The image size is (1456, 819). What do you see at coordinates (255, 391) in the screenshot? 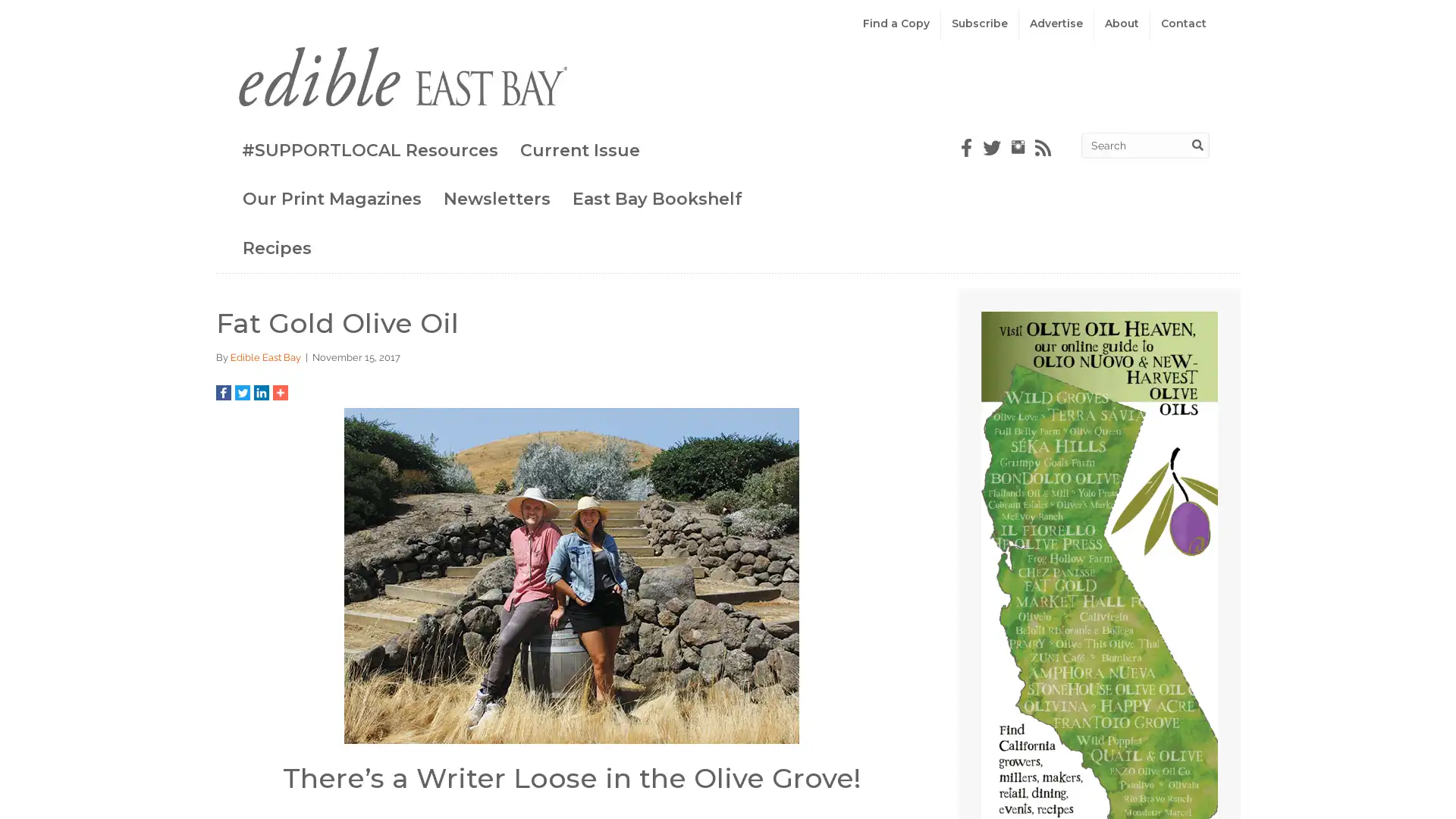
I see `Share to LinkedIn` at bounding box center [255, 391].